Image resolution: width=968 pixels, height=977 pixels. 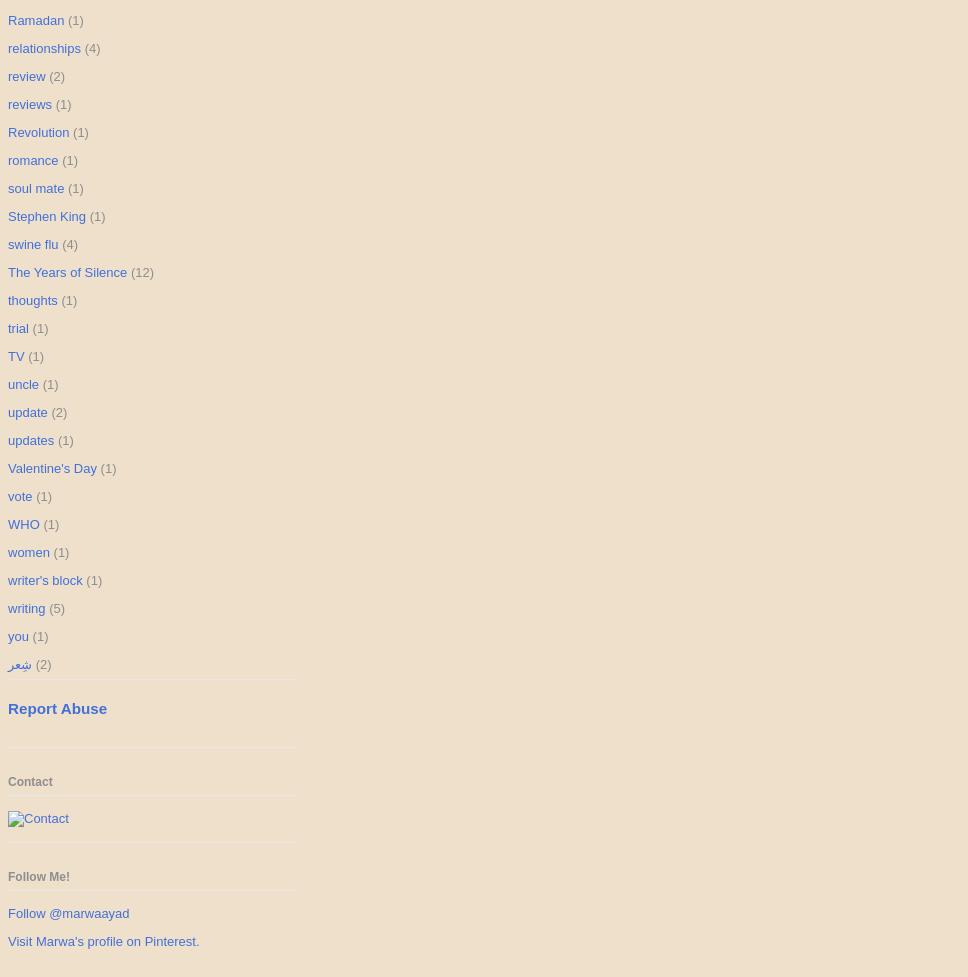 I want to click on 'Stephen King', so click(x=46, y=215).